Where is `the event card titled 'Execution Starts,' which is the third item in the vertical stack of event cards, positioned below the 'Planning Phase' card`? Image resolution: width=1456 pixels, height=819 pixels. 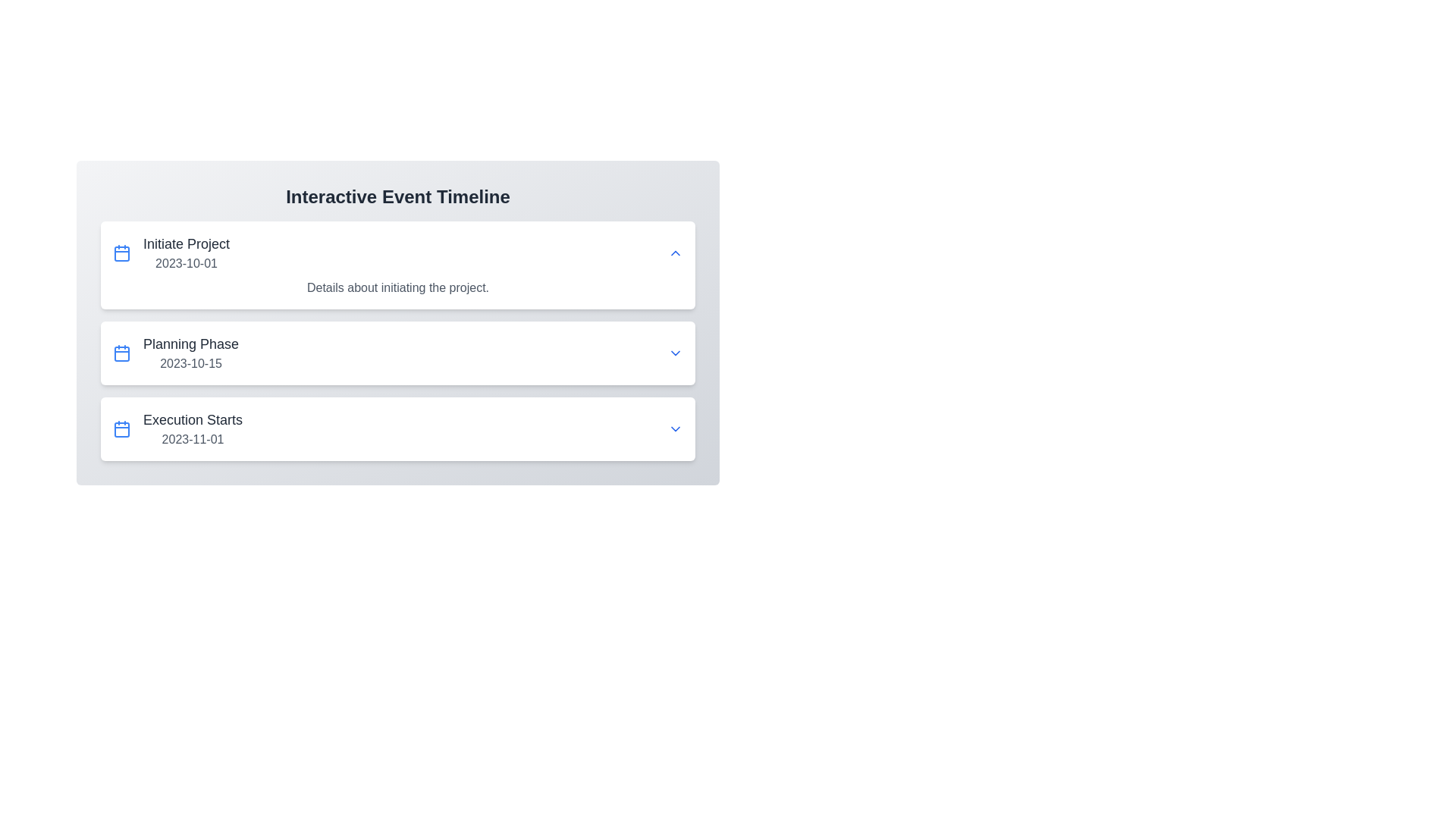 the event card titled 'Execution Starts,' which is the third item in the vertical stack of event cards, positioned below the 'Planning Phase' card is located at coordinates (397, 429).